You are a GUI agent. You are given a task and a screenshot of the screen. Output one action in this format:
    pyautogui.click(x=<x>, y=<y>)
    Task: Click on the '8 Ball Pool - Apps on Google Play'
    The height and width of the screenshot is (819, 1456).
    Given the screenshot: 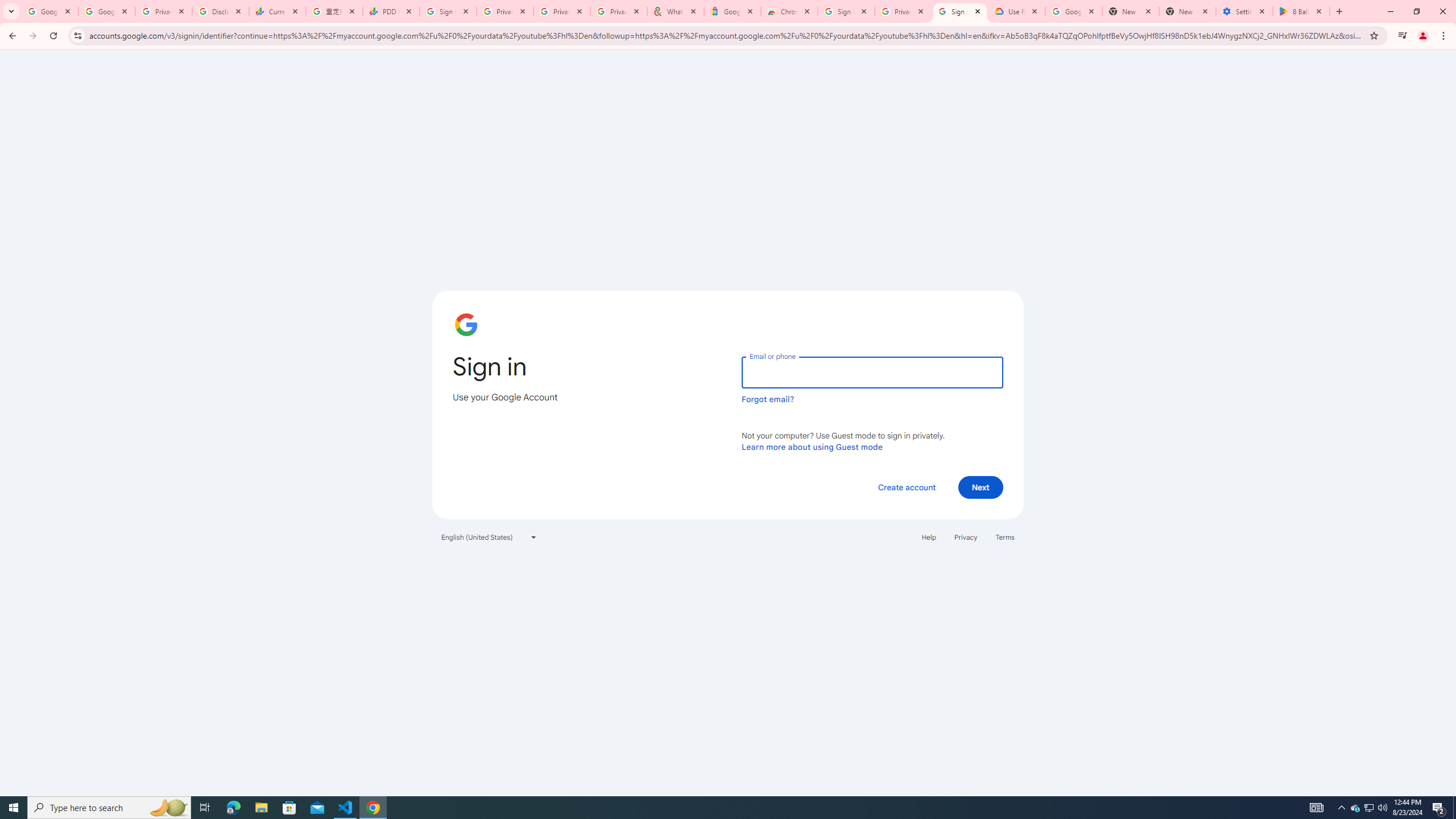 What is the action you would take?
    pyautogui.click(x=1301, y=11)
    